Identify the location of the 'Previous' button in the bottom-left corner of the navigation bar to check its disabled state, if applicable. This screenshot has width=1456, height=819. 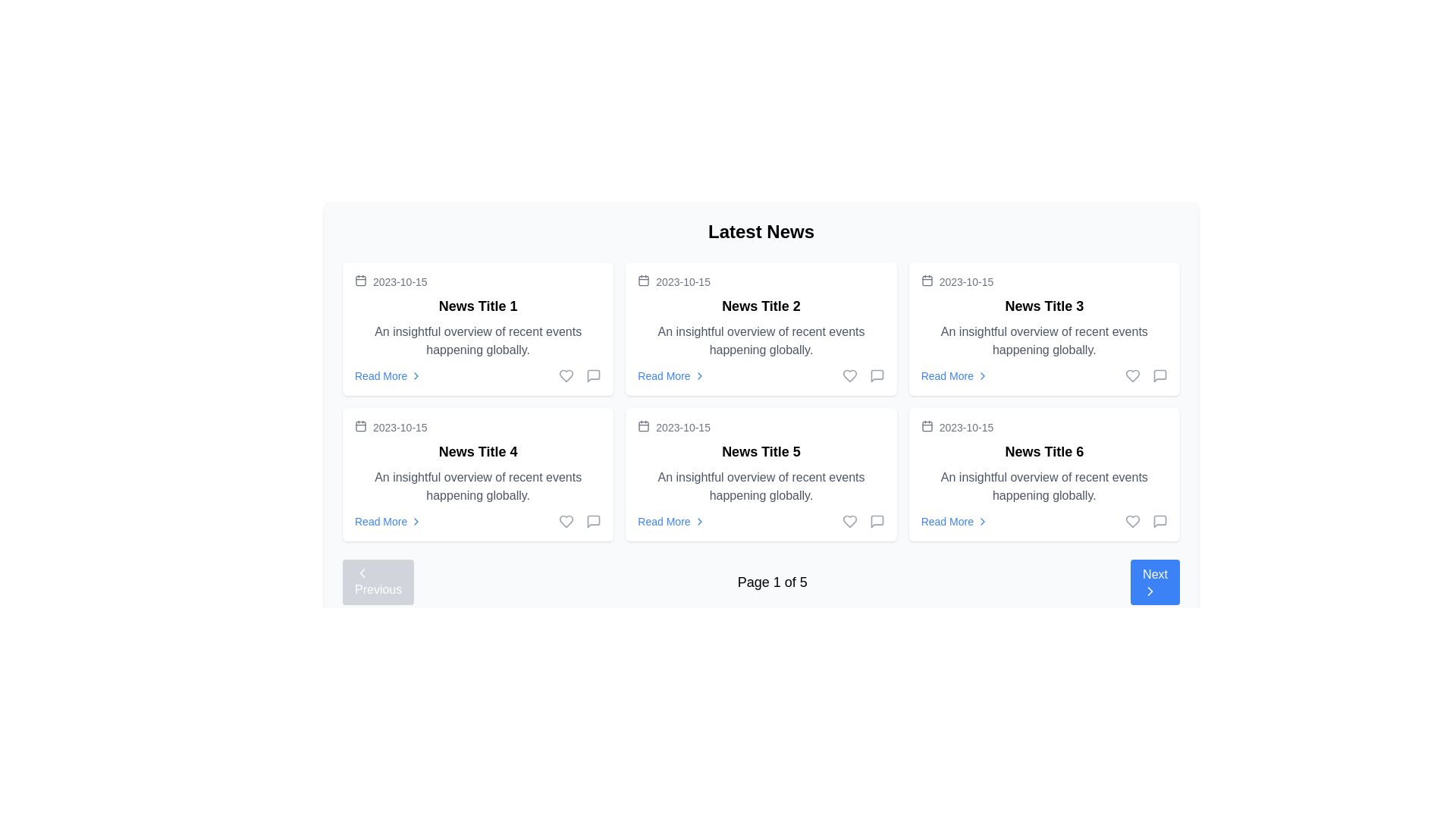
(378, 581).